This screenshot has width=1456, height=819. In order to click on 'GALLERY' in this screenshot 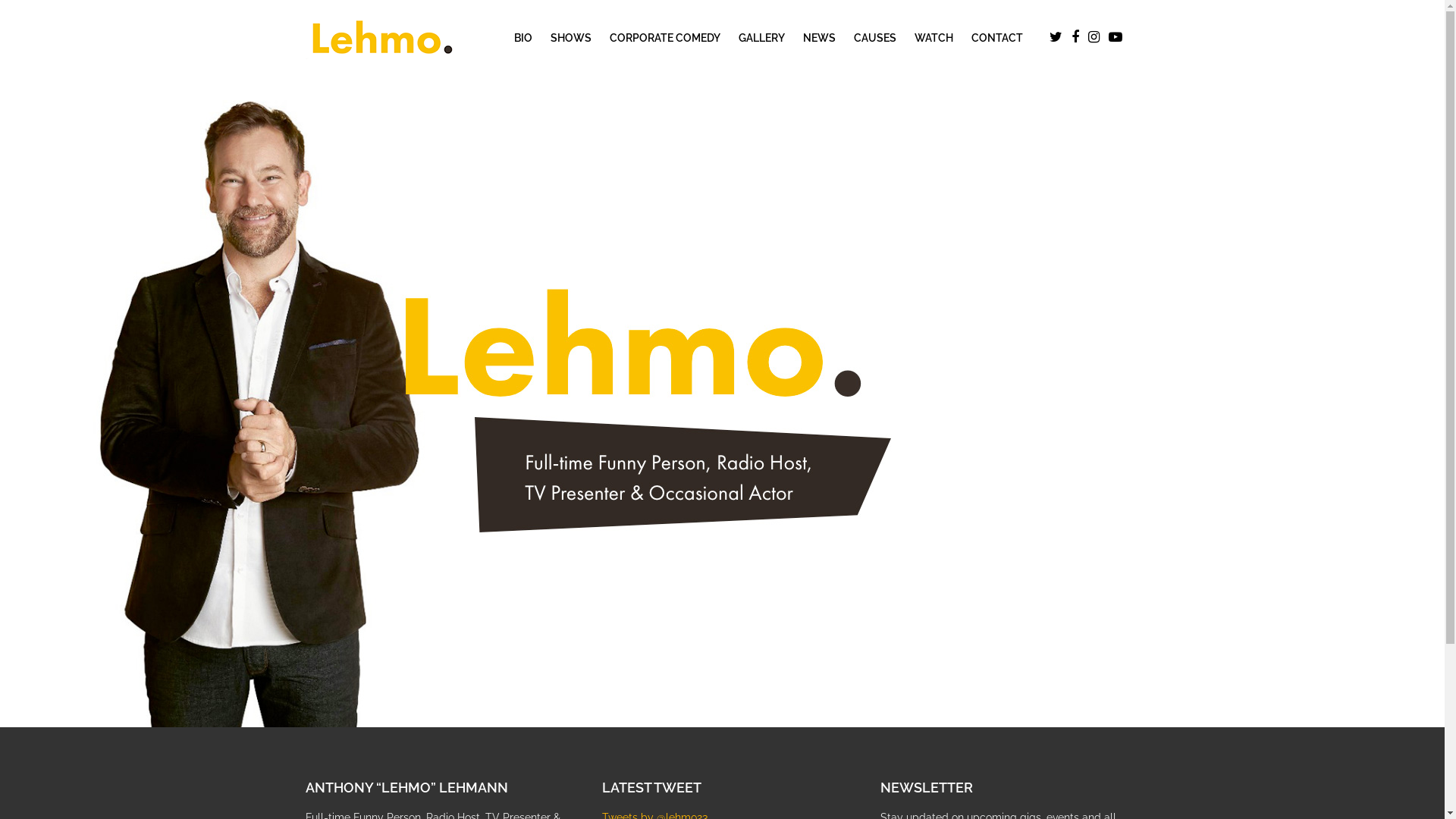, I will do `click(761, 37)`.